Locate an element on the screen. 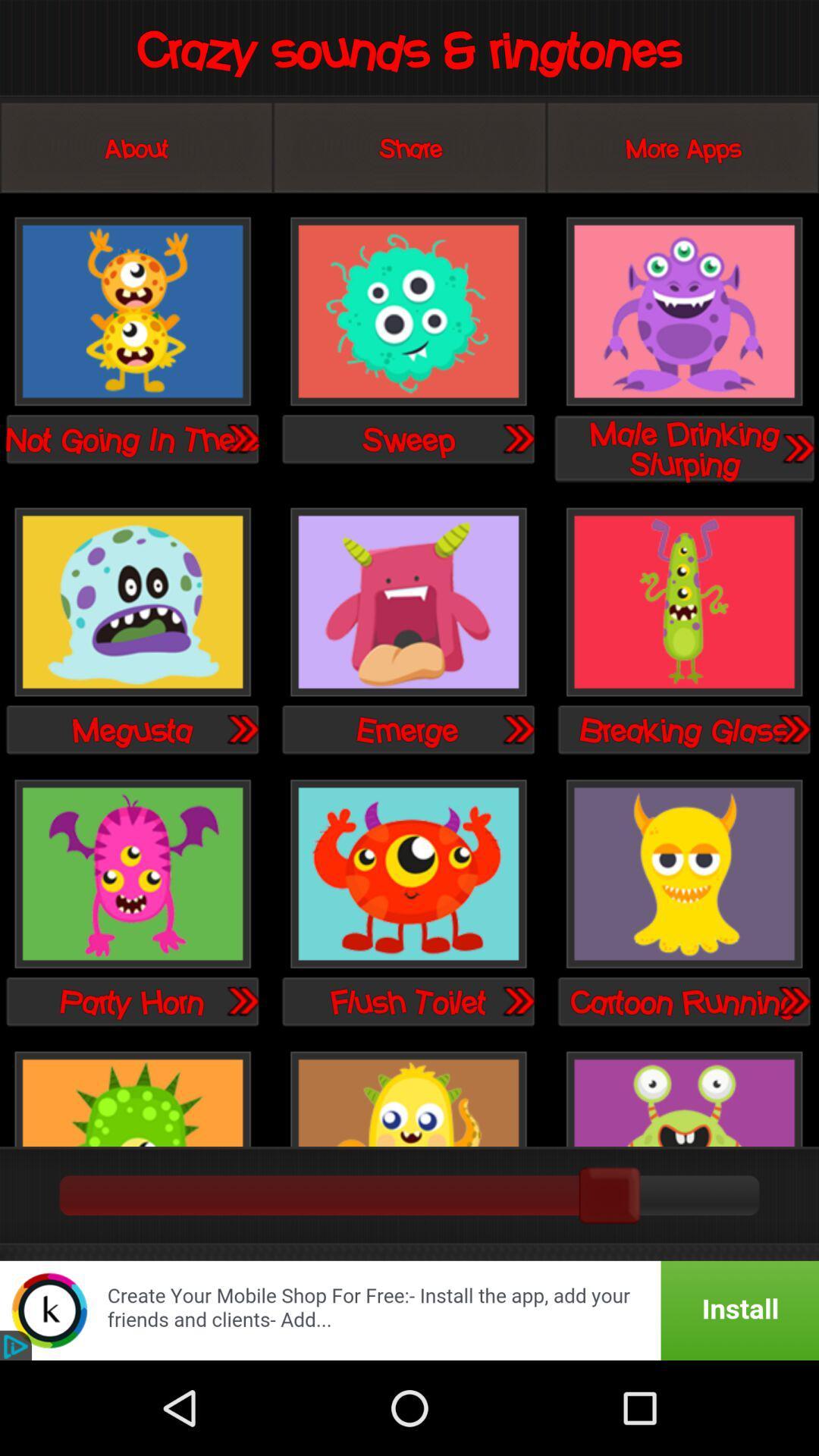 This screenshot has height=1456, width=819. go forword is located at coordinates (241, 729).